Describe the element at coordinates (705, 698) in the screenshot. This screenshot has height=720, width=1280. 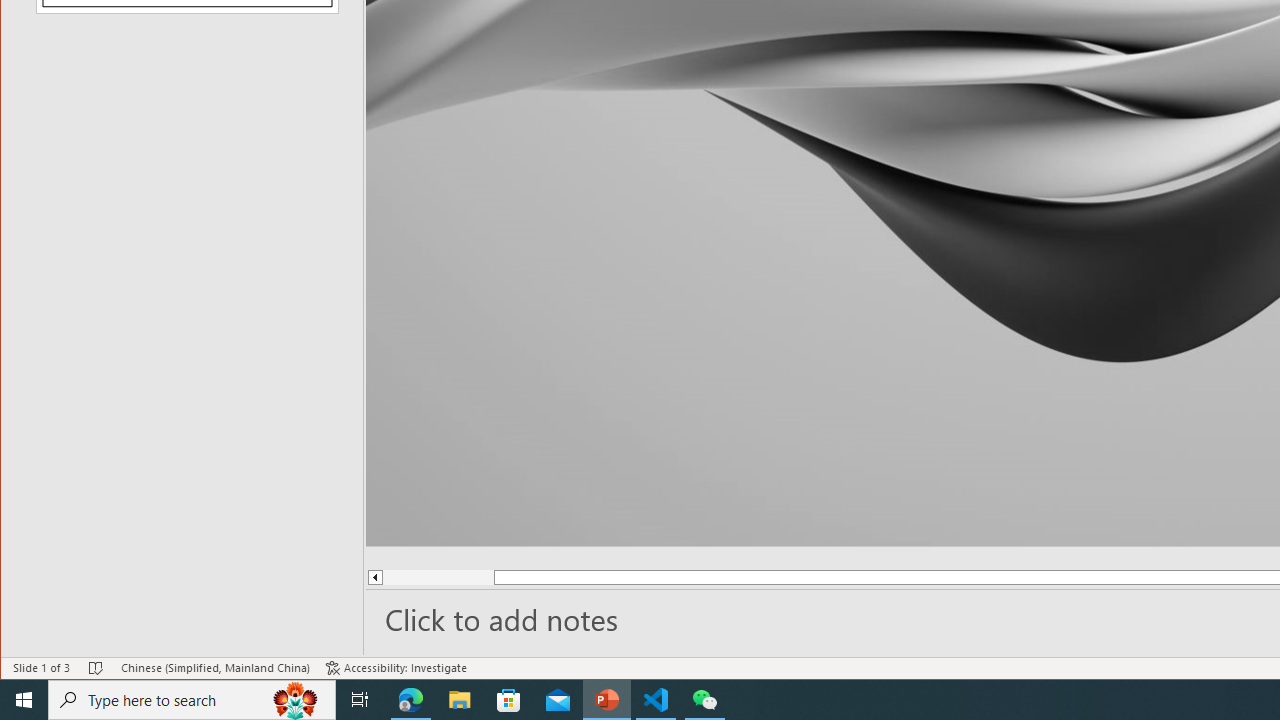
I see `'WeChat - 1 running window'` at that location.